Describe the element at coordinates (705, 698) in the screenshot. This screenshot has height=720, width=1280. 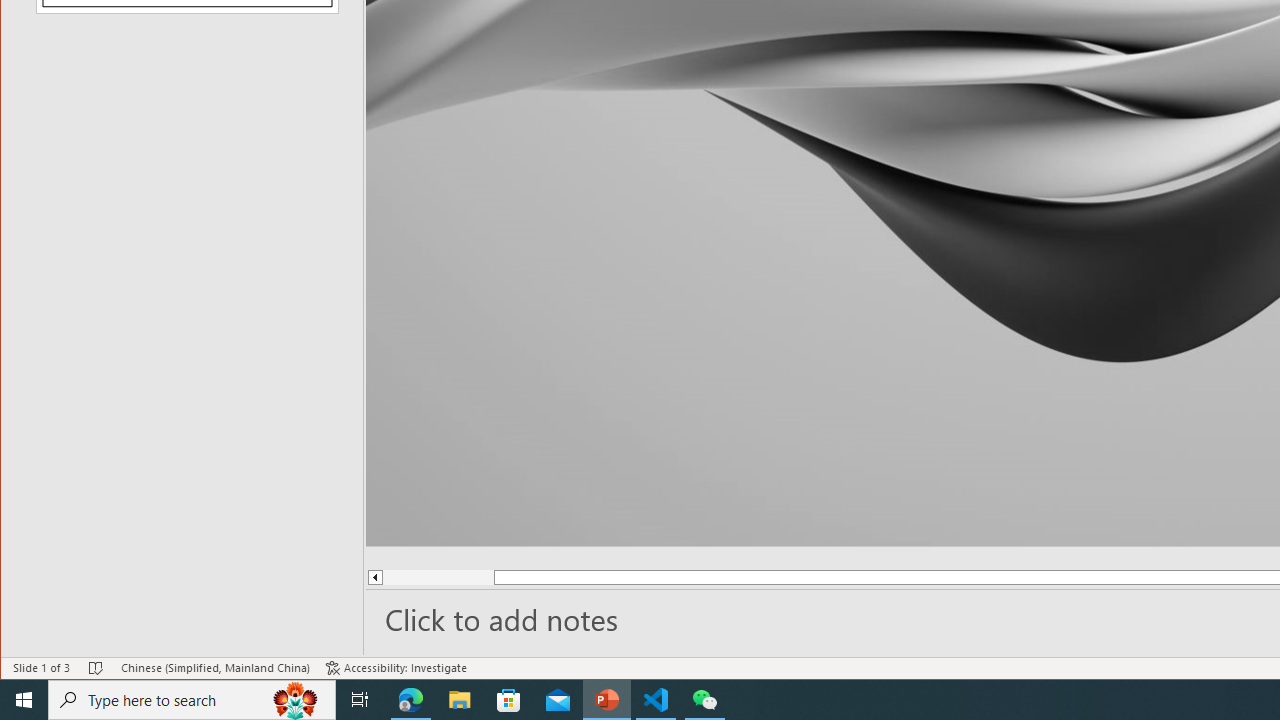
I see `'WeChat - 1 running window'` at that location.